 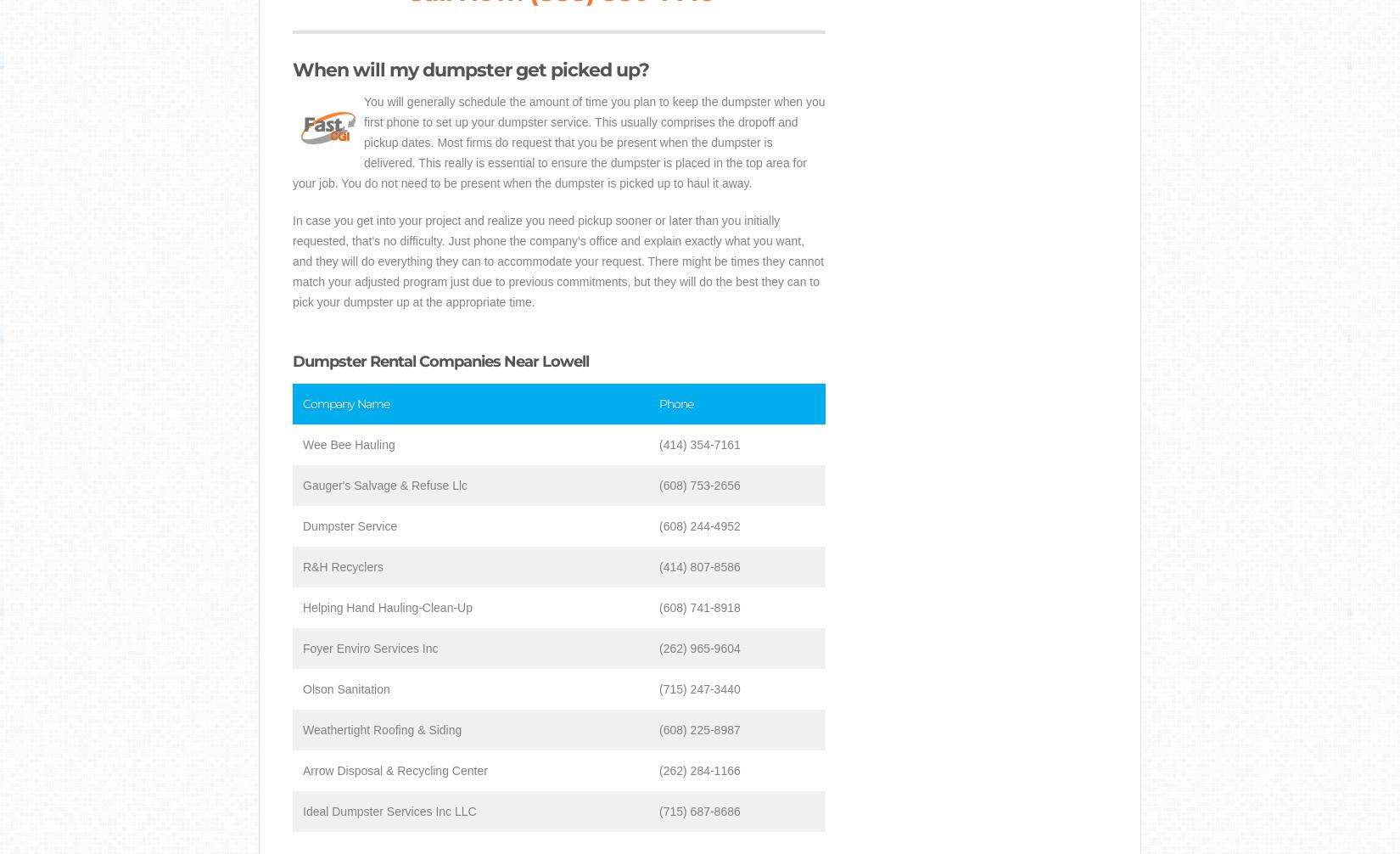 I want to click on 'Foyer Enviro Services Inc', so click(x=369, y=647).